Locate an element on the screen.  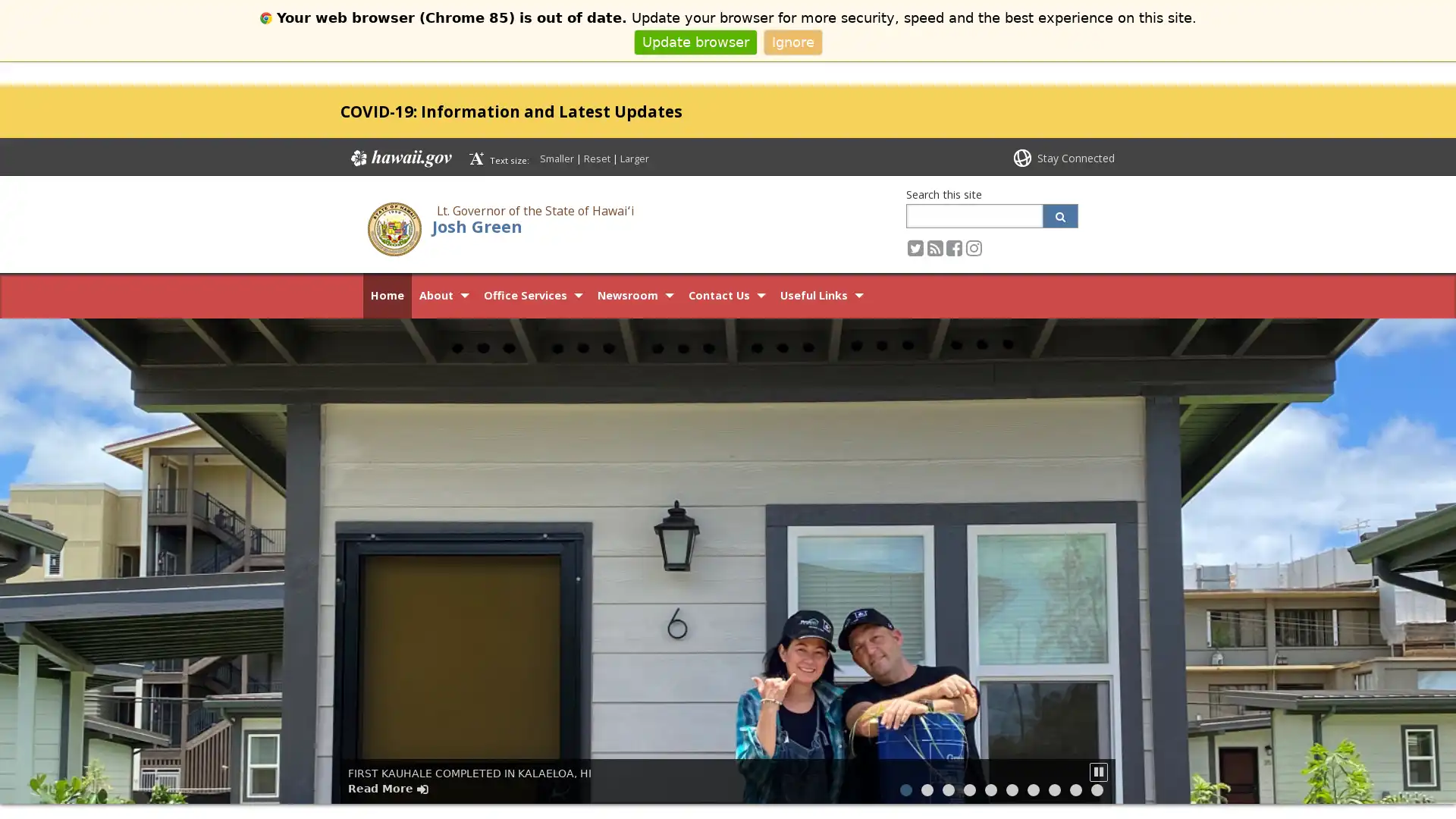
Search button is located at coordinates (1059, 215).